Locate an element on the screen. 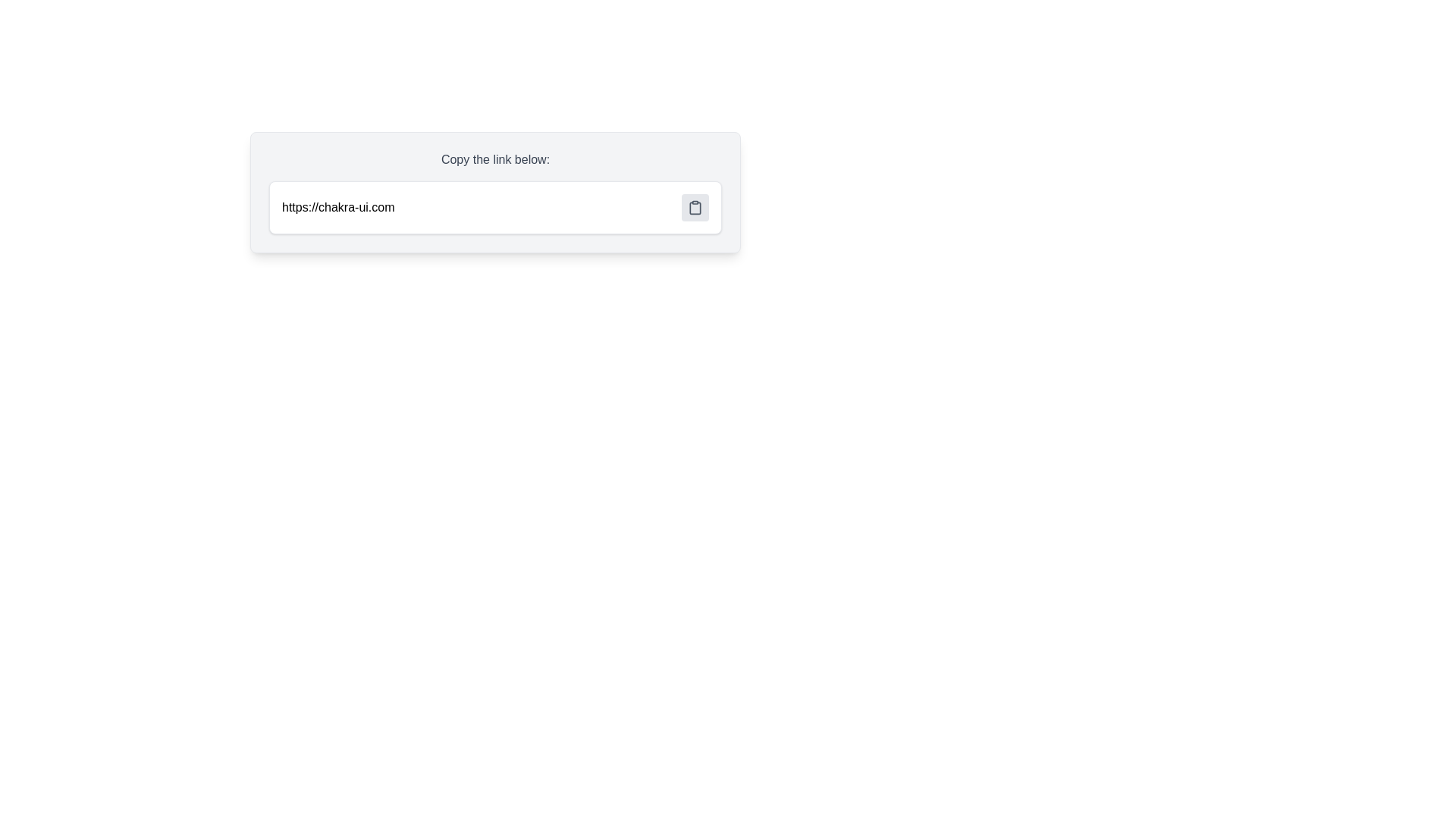 The width and height of the screenshot is (1456, 819). the text content displayed as 'https://chakra-ui.com' in the Text Display element, which is positioned centrally between an icon on the left and a button on the right is located at coordinates (337, 207).